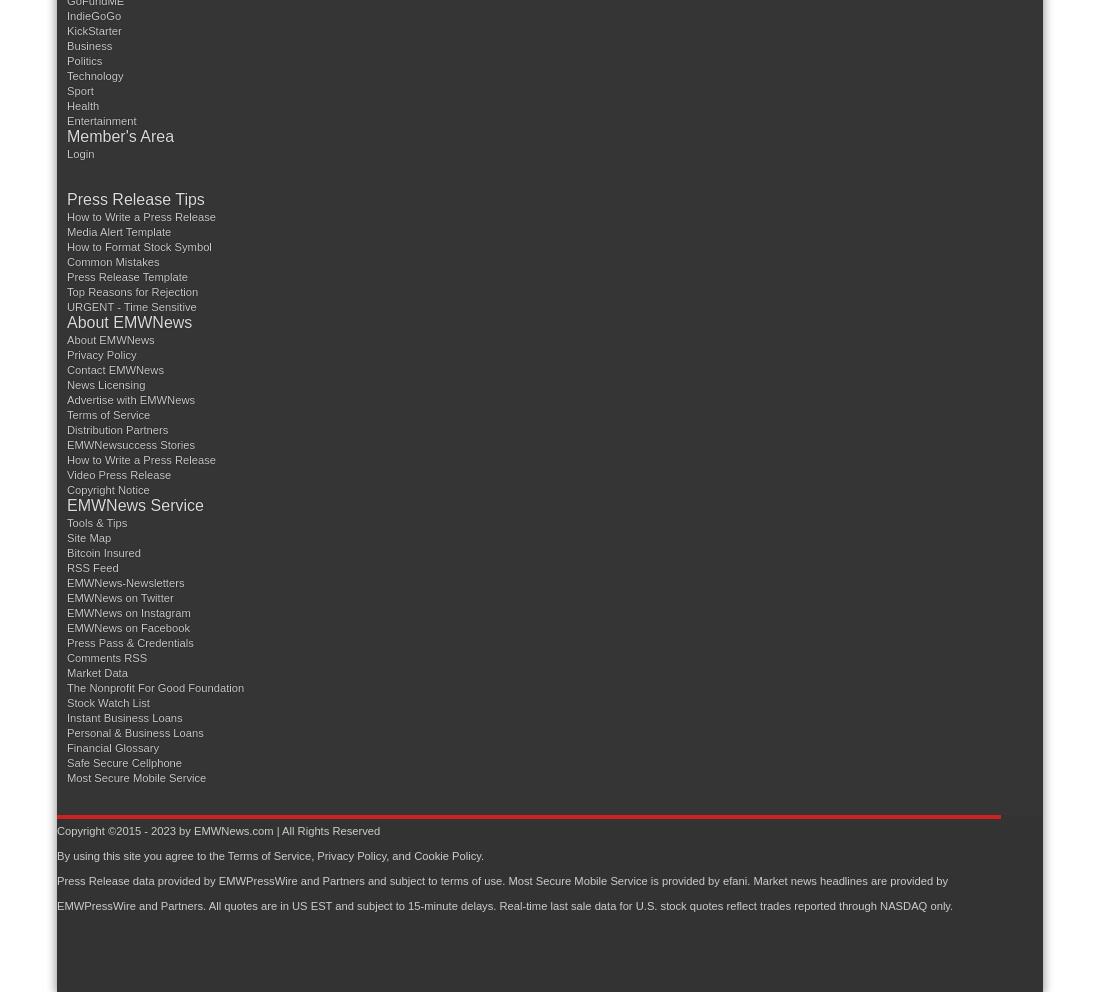  What do you see at coordinates (281, 880) in the screenshot?
I see `'Press Release data provided by EMWPressWire and Partners and subject to terms of use.'` at bounding box center [281, 880].